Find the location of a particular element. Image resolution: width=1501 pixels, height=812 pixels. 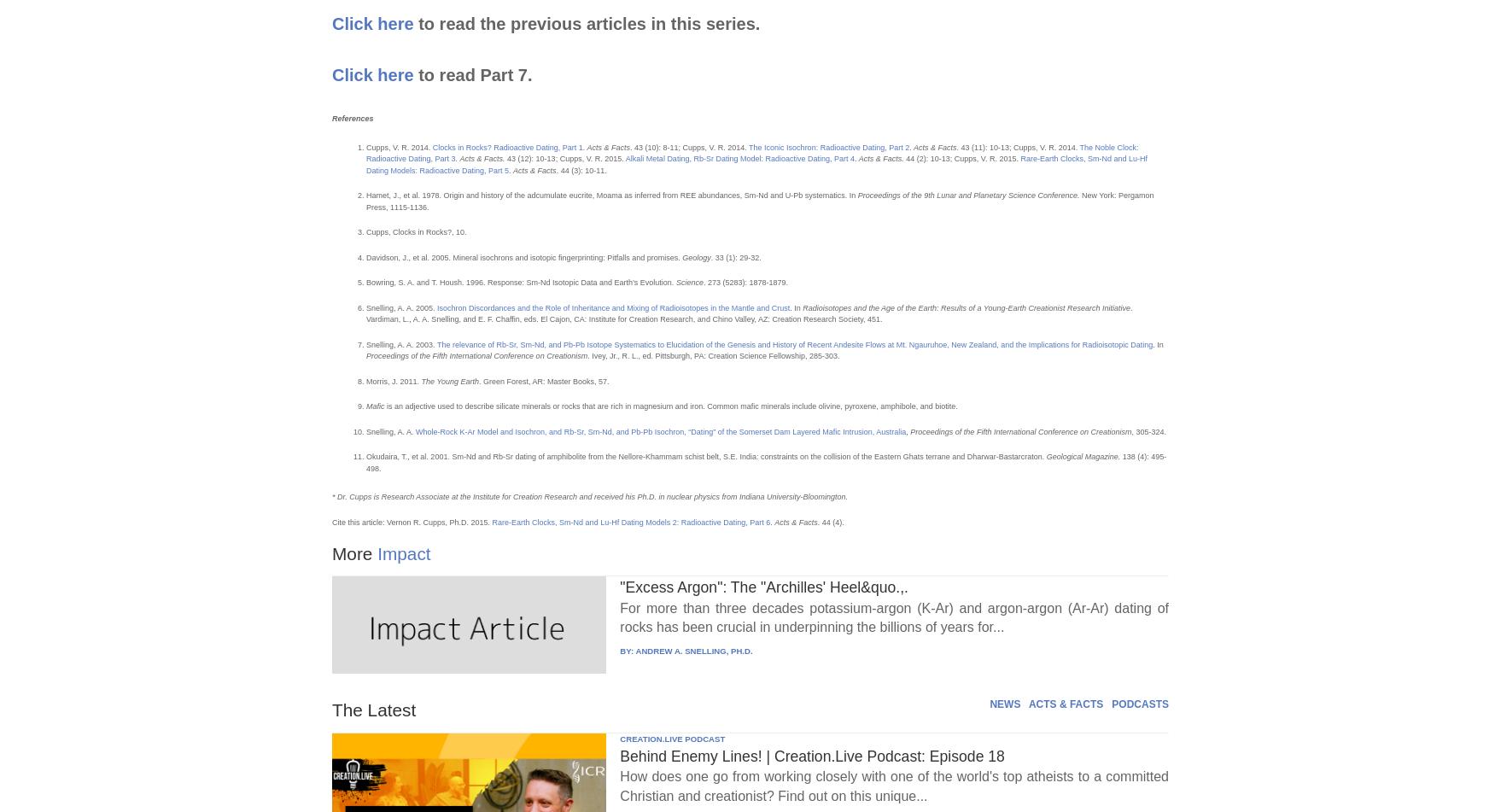

'References' is located at coordinates (352, 119).